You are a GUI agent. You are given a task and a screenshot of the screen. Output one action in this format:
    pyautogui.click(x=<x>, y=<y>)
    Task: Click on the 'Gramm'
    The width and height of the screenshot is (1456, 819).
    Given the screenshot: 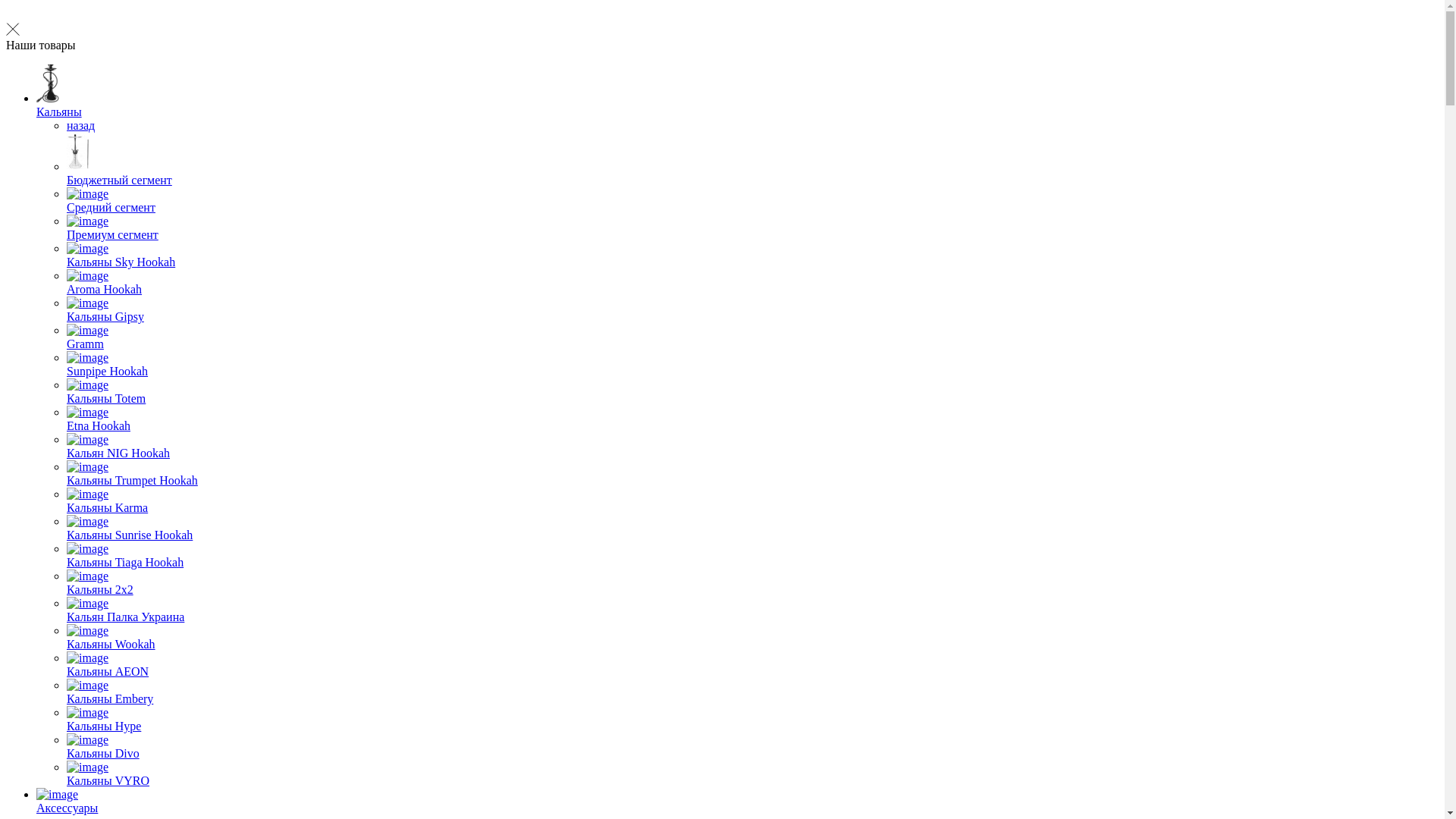 What is the action you would take?
    pyautogui.click(x=65, y=336)
    